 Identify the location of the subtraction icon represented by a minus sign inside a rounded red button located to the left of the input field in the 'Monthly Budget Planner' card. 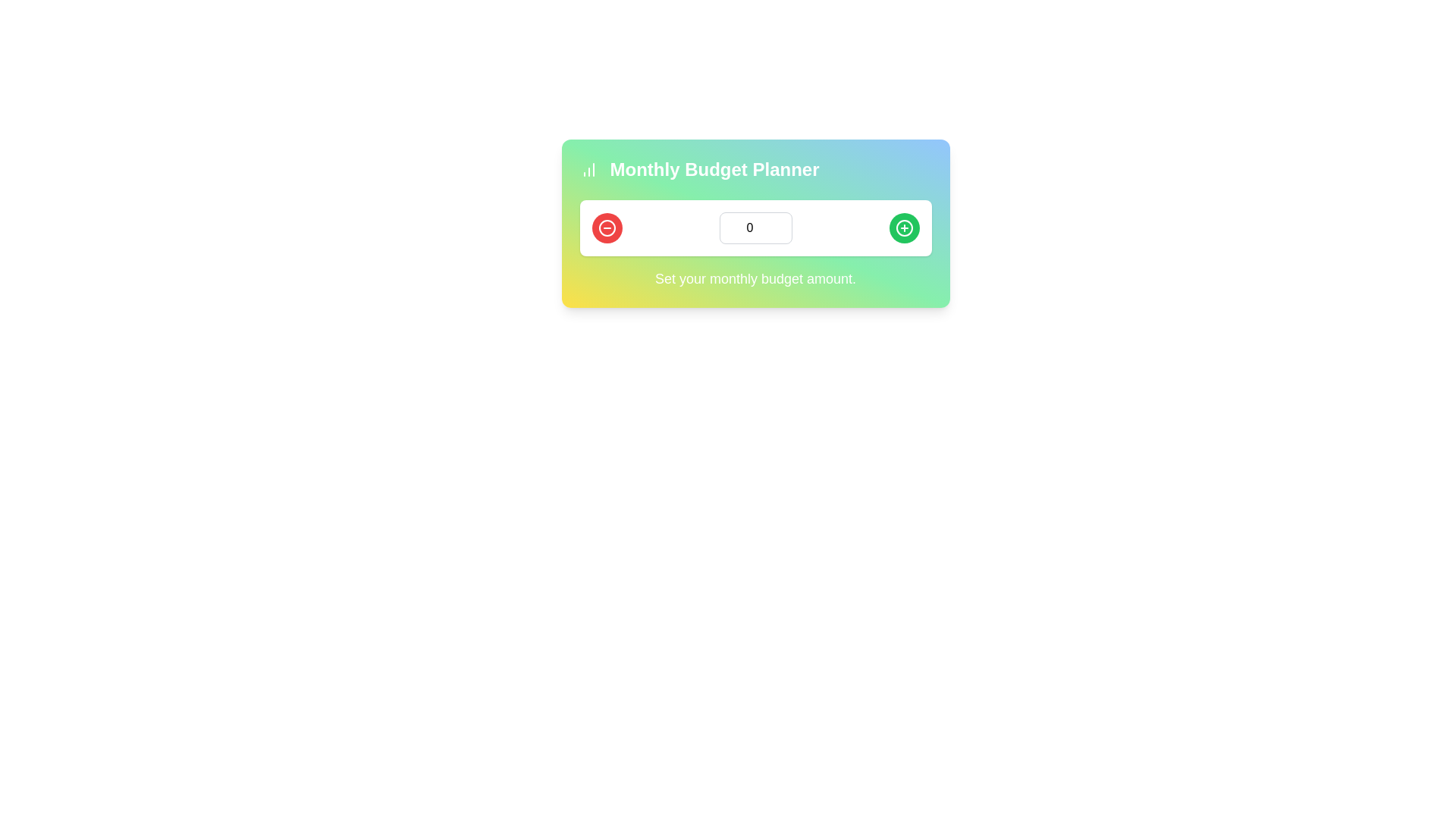
(607, 227).